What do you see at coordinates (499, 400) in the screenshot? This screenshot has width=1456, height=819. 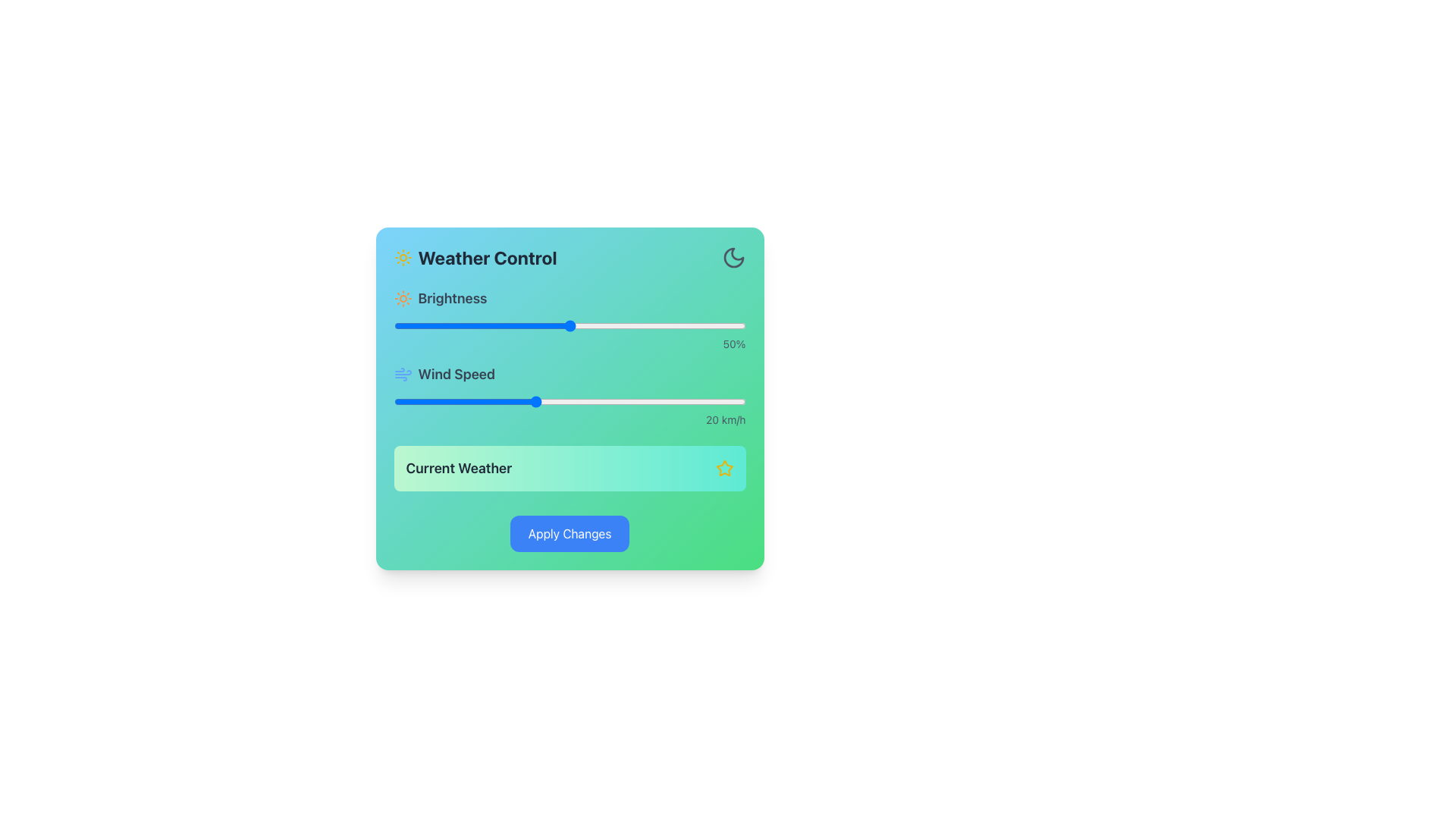 I see `the wind speed` at bounding box center [499, 400].